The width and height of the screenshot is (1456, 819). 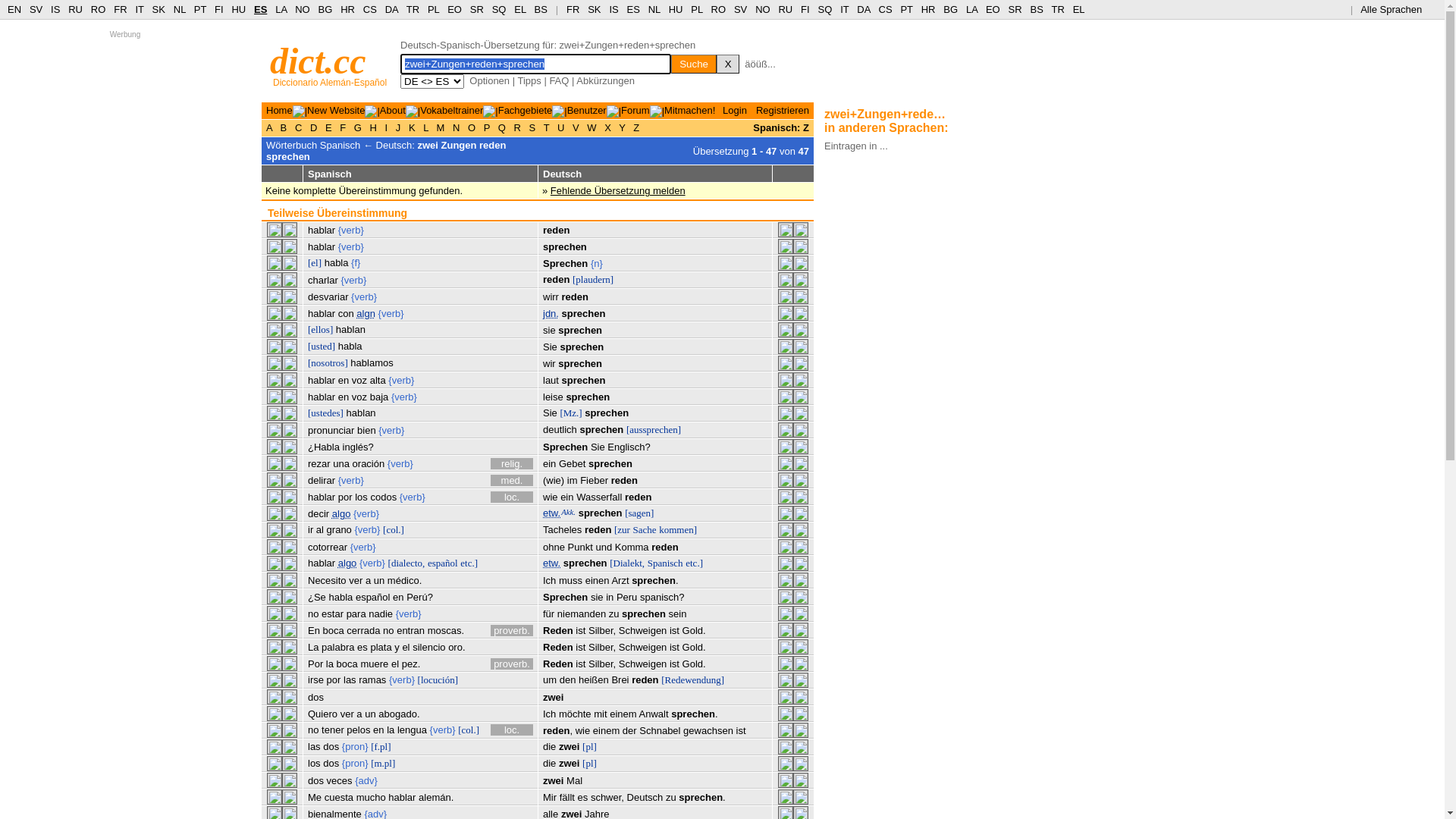 What do you see at coordinates (582, 796) in the screenshot?
I see `'es'` at bounding box center [582, 796].